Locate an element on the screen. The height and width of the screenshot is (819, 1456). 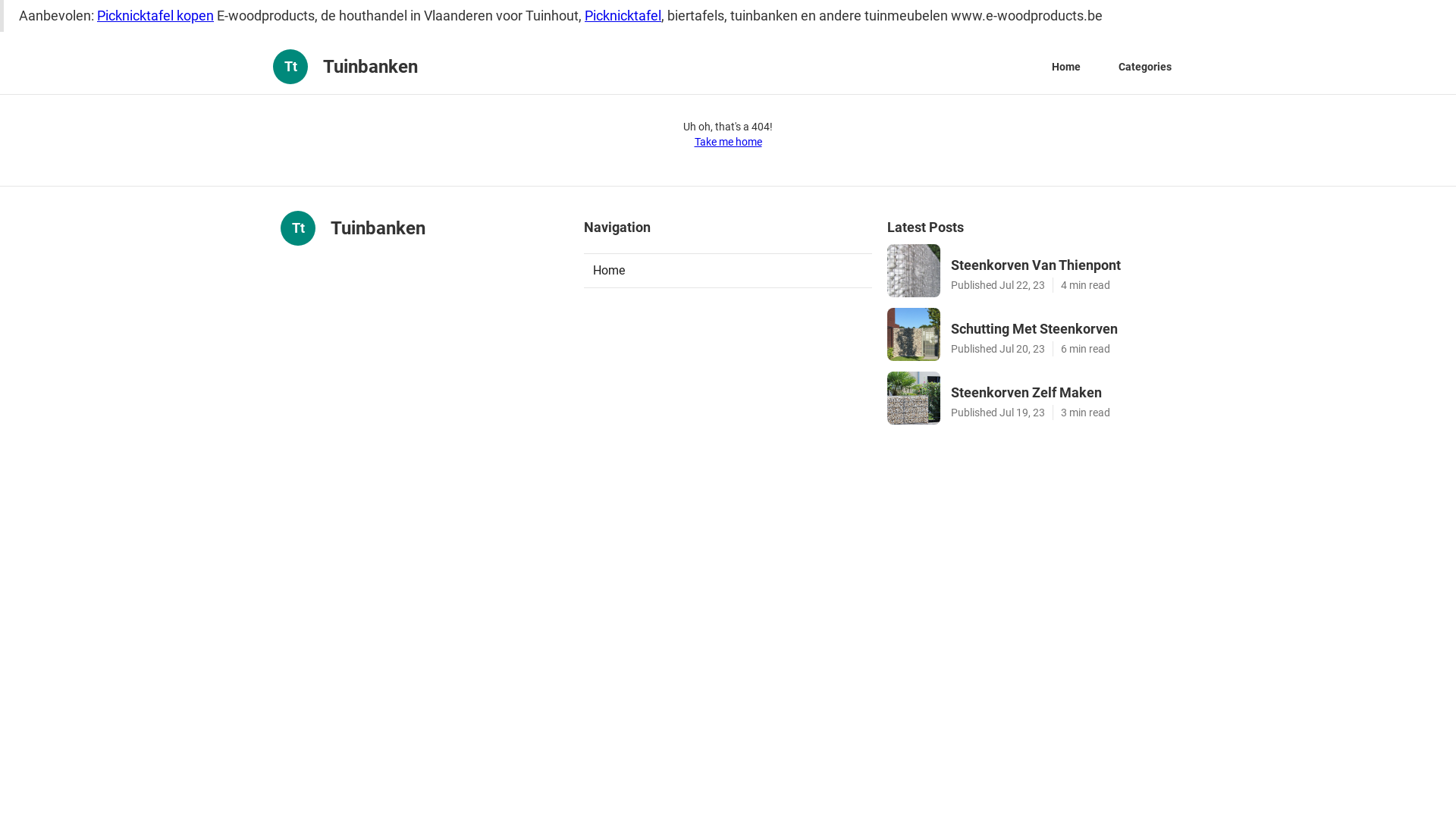
'Home' is located at coordinates (1040, 66).